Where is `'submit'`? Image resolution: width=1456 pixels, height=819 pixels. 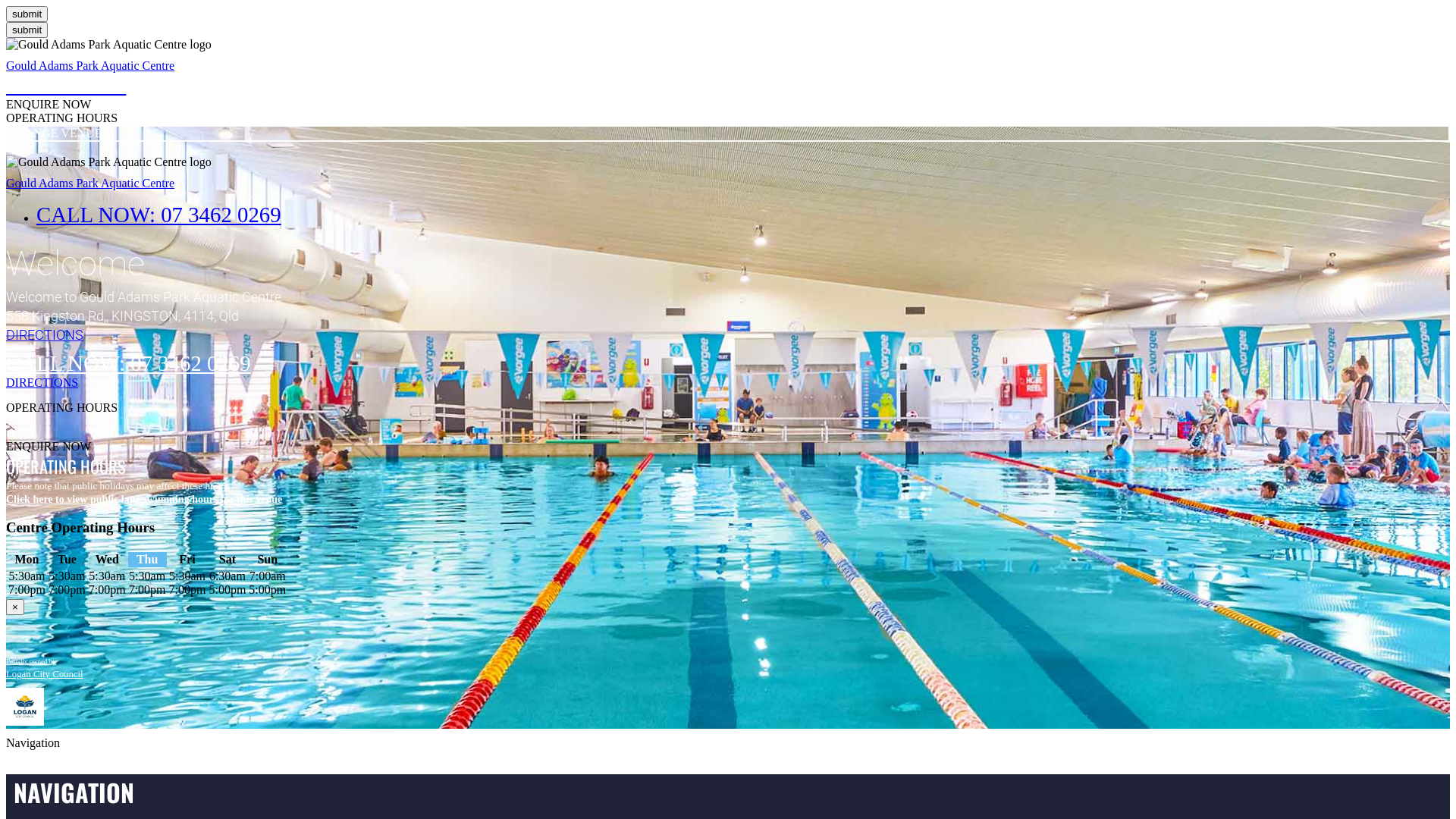 'submit' is located at coordinates (27, 14).